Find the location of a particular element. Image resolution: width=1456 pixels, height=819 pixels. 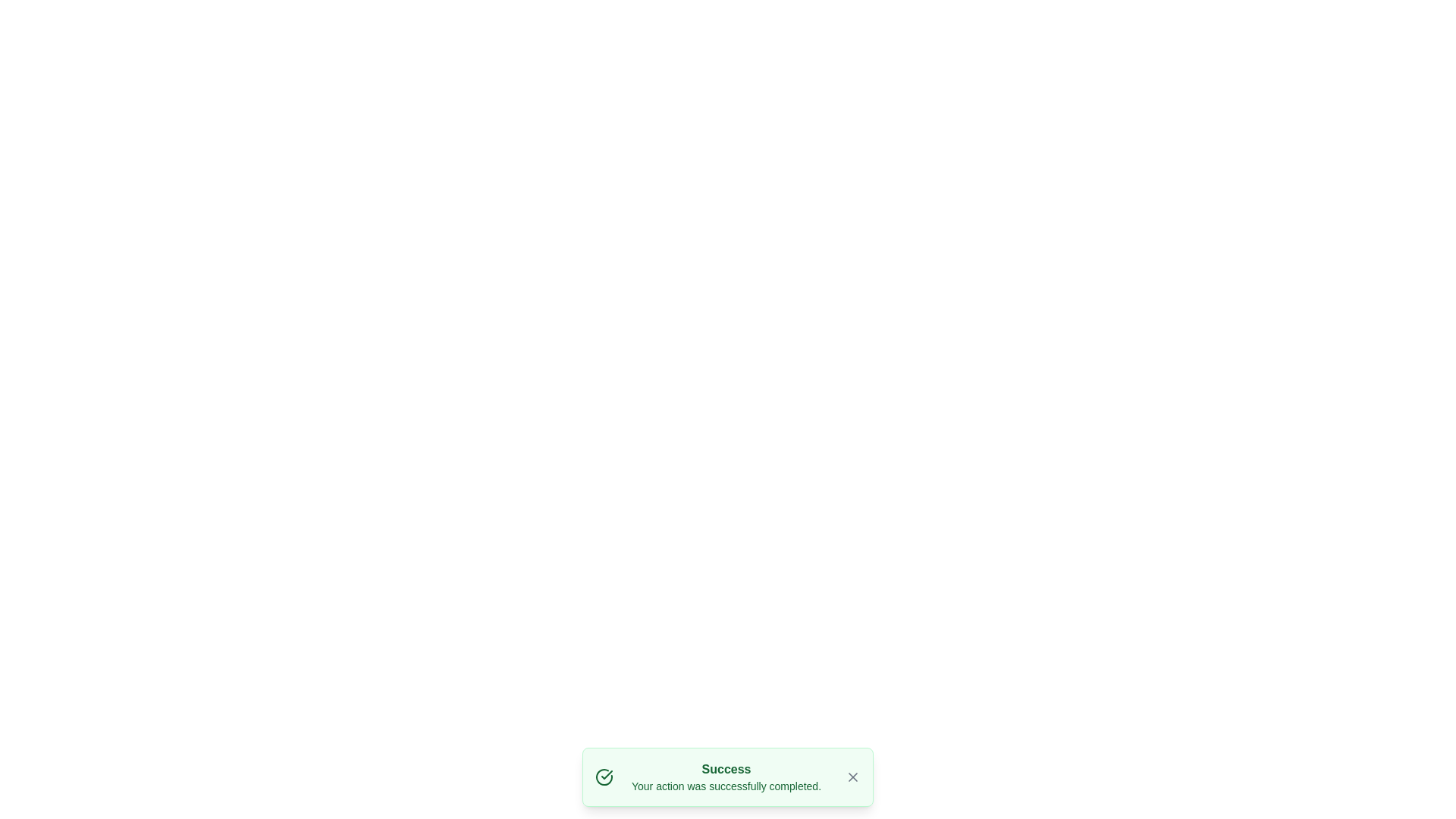

the dismiss button with a '×' symbol located at the far-right of the green notification box is located at coordinates (852, 777).